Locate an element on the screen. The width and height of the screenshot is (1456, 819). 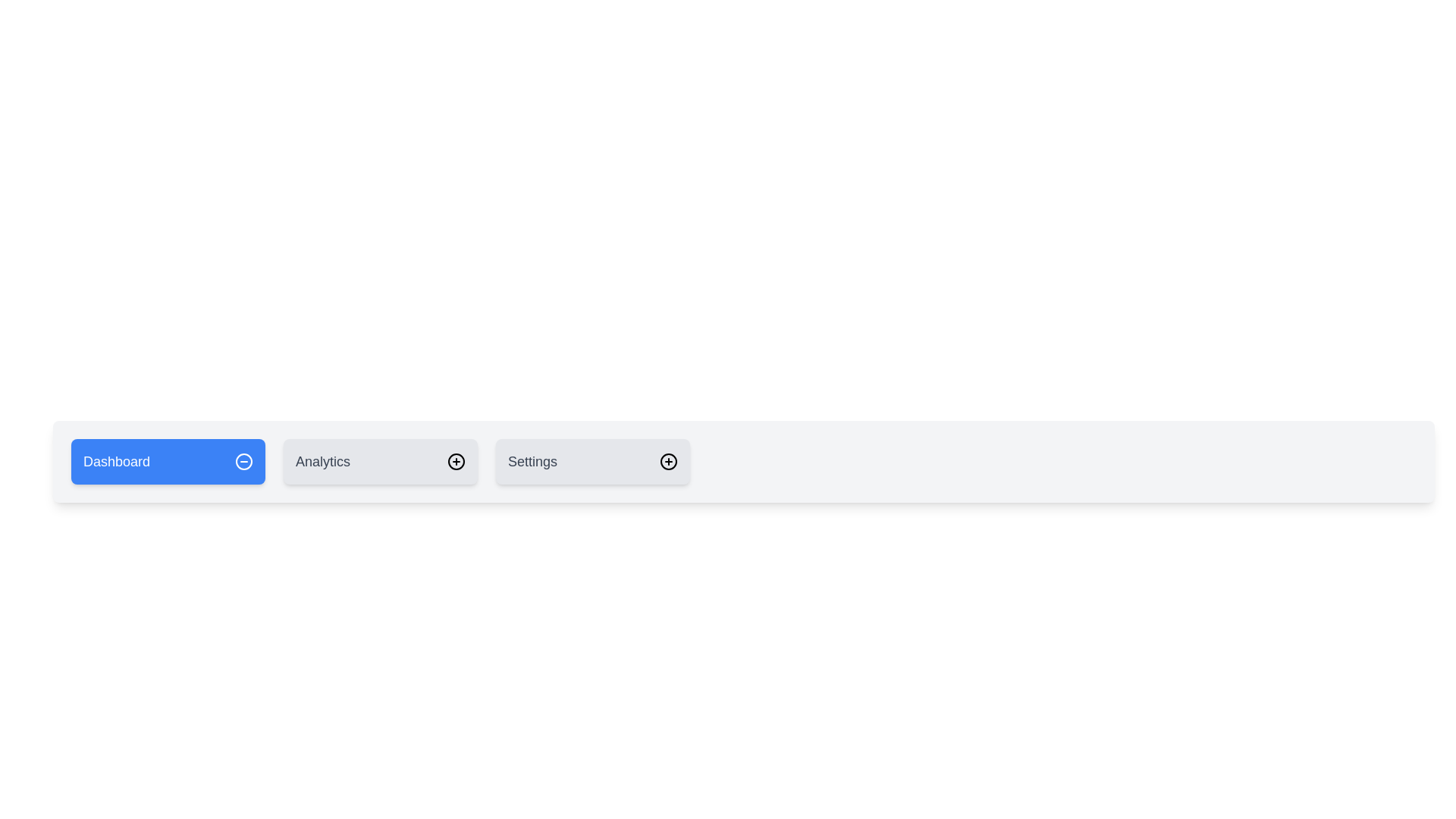
the settings button, which is the third button in a horizontal list within a toolbar, located between the 'Analytics' button and a blank area is located at coordinates (592, 461).